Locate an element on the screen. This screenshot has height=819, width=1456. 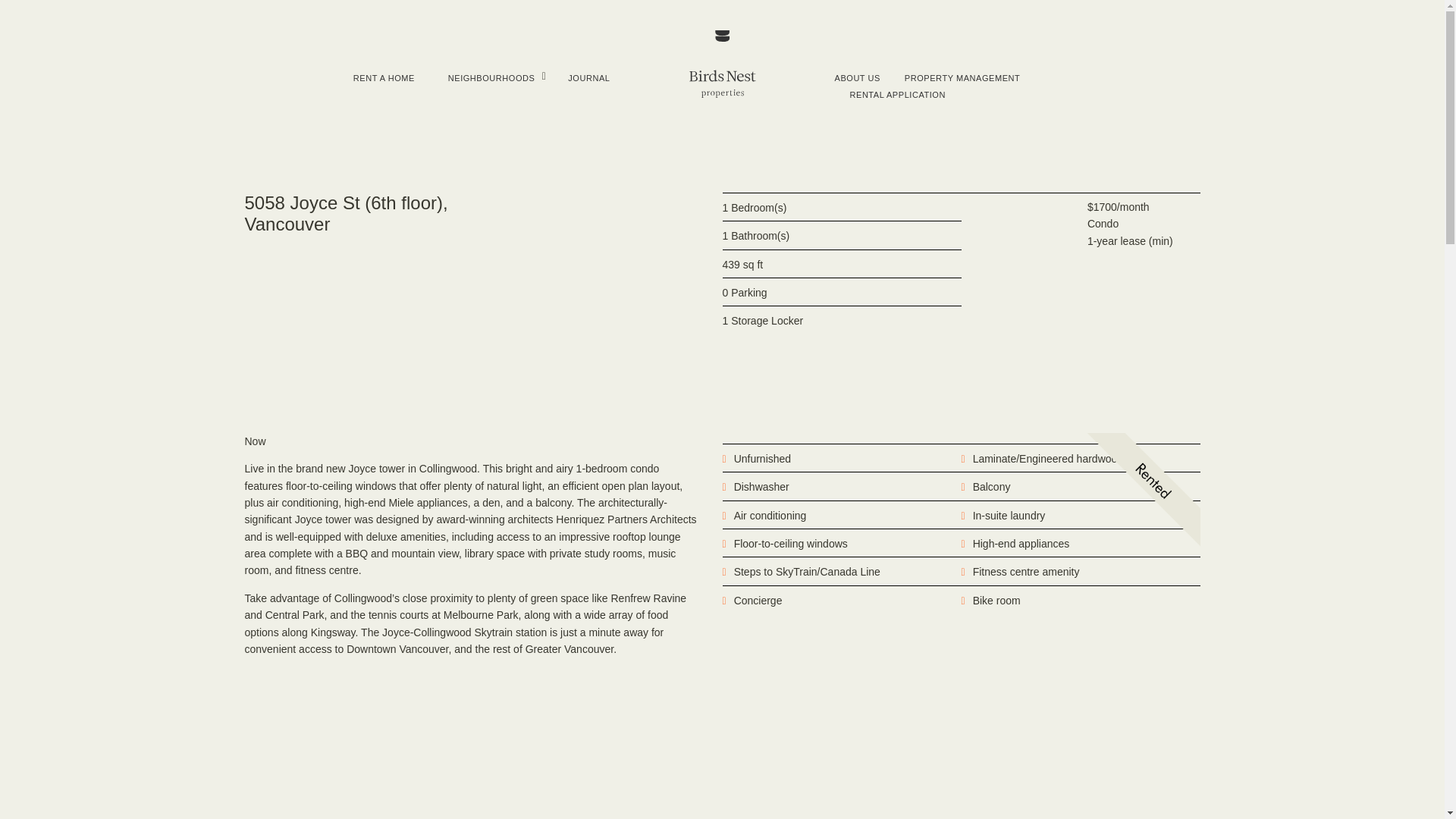
'RENT A HOME' is located at coordinates (352, 78).